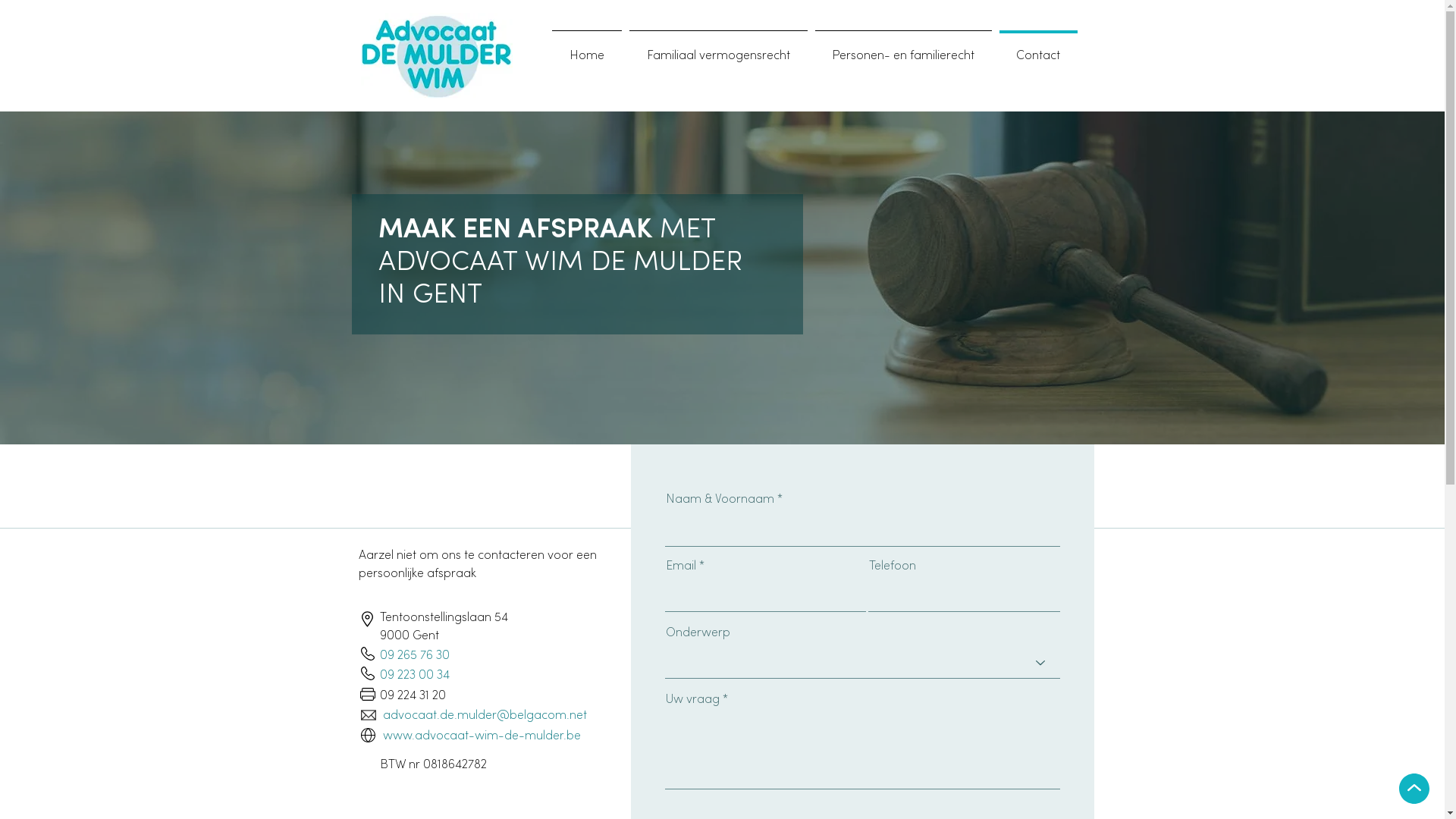 Image resolution: width=1456 pixels, height=819 pixels. Describe the element at coordinates (414, 675) in the screenshot. I see `'09 223 00 34'` at that location.